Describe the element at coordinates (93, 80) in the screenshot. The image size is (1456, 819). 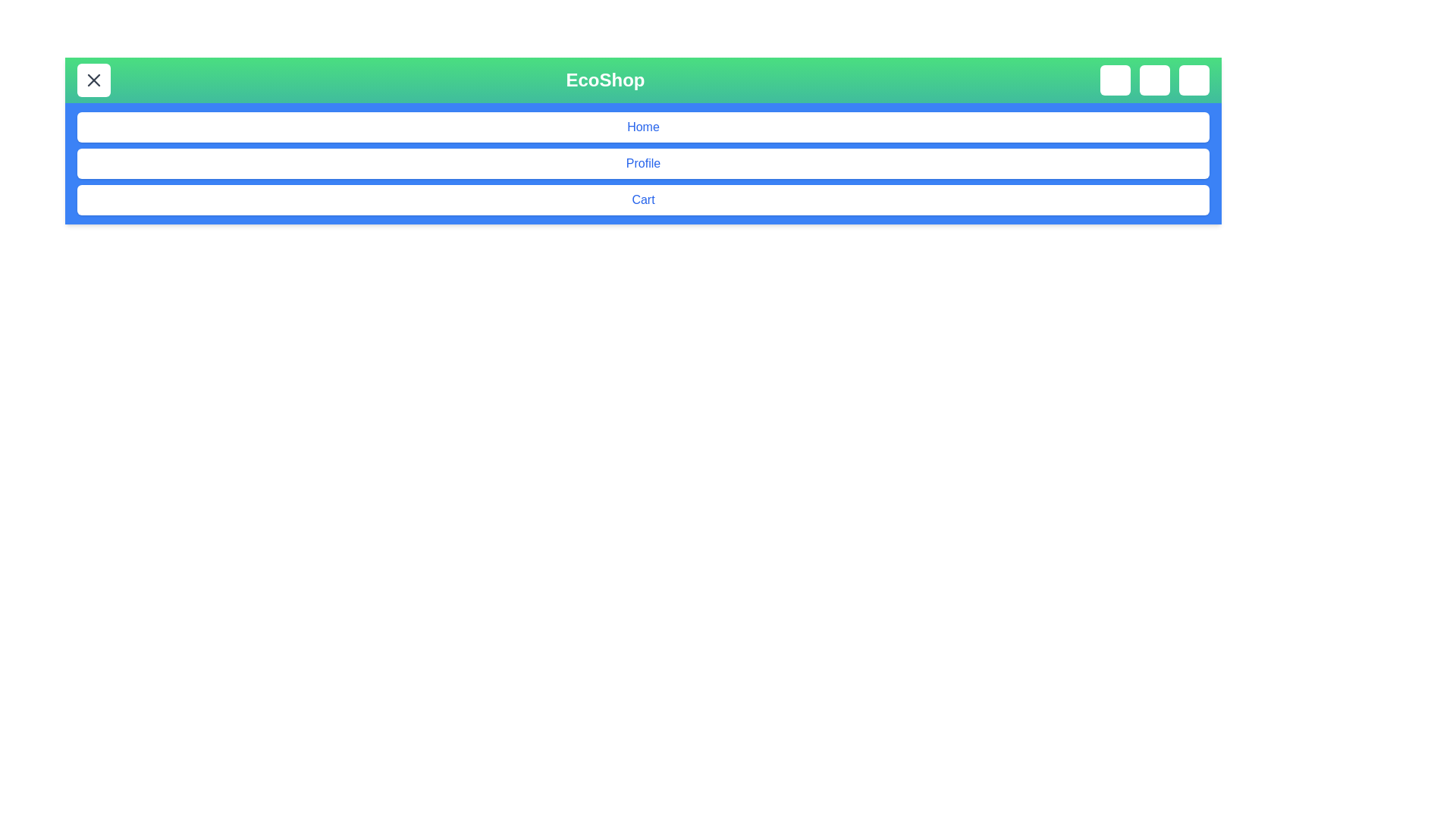
I see `the button displaying the close icon to toggle the menu visibility` at that location.